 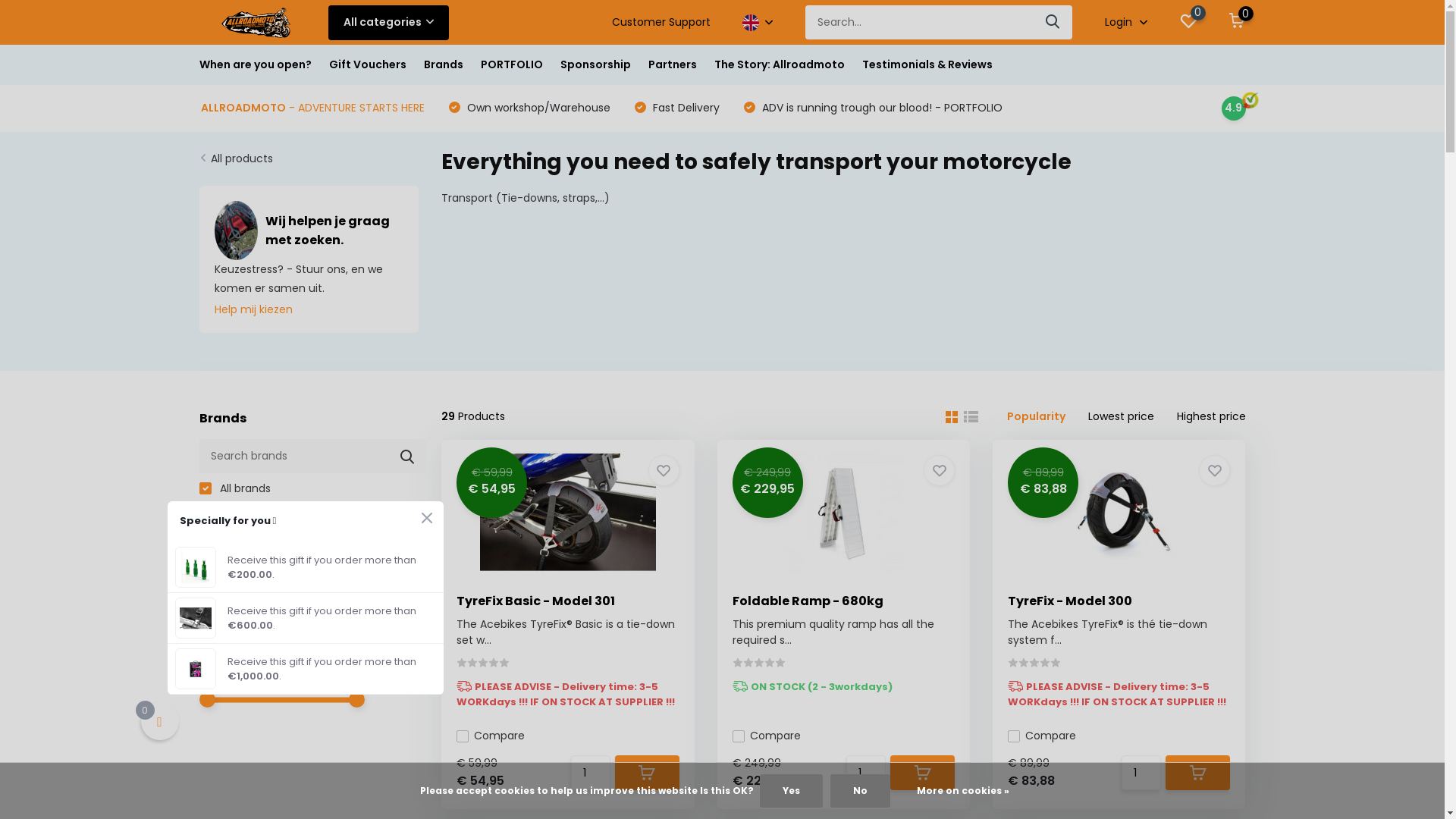 I want to click on 'Customer Support', so click(x=661, y=22).